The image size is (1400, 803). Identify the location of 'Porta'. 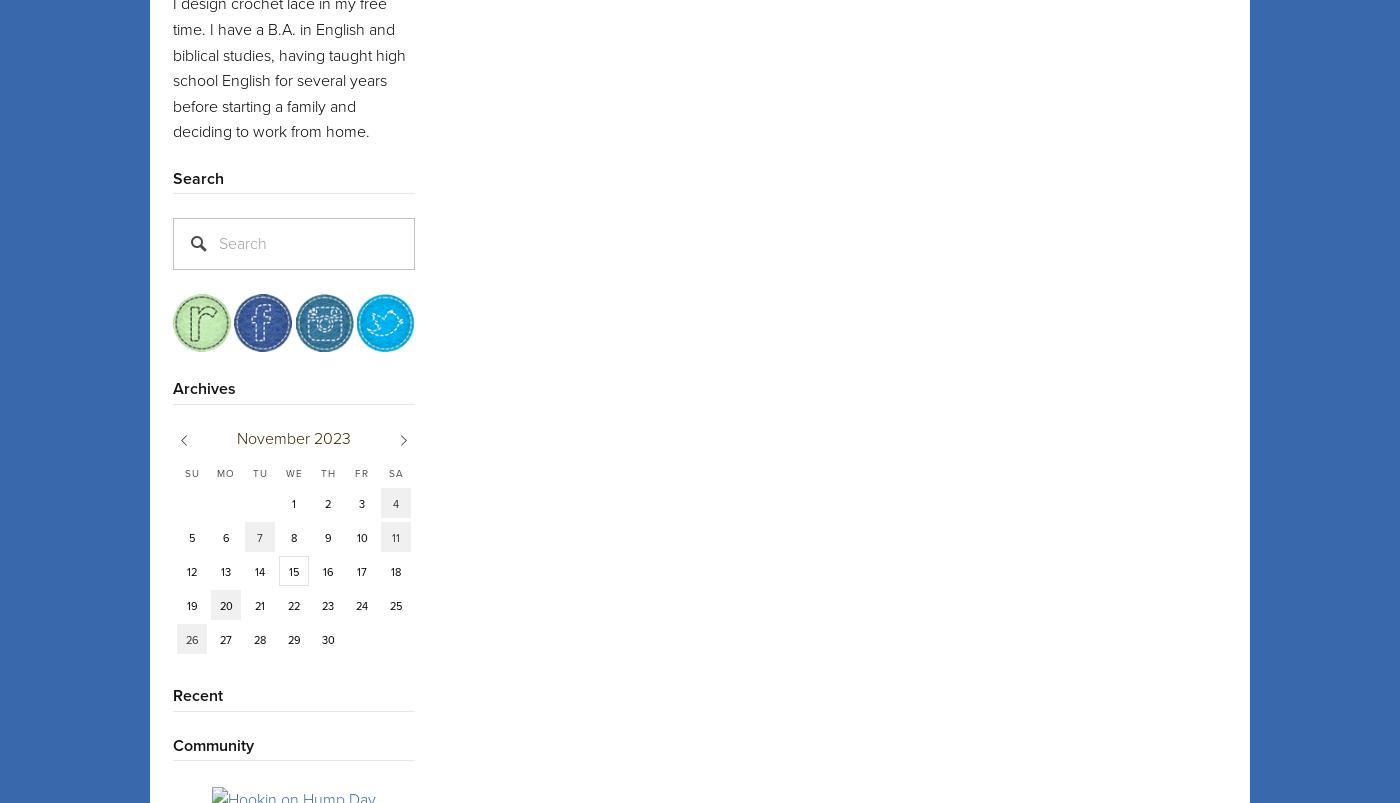
(238, 499).